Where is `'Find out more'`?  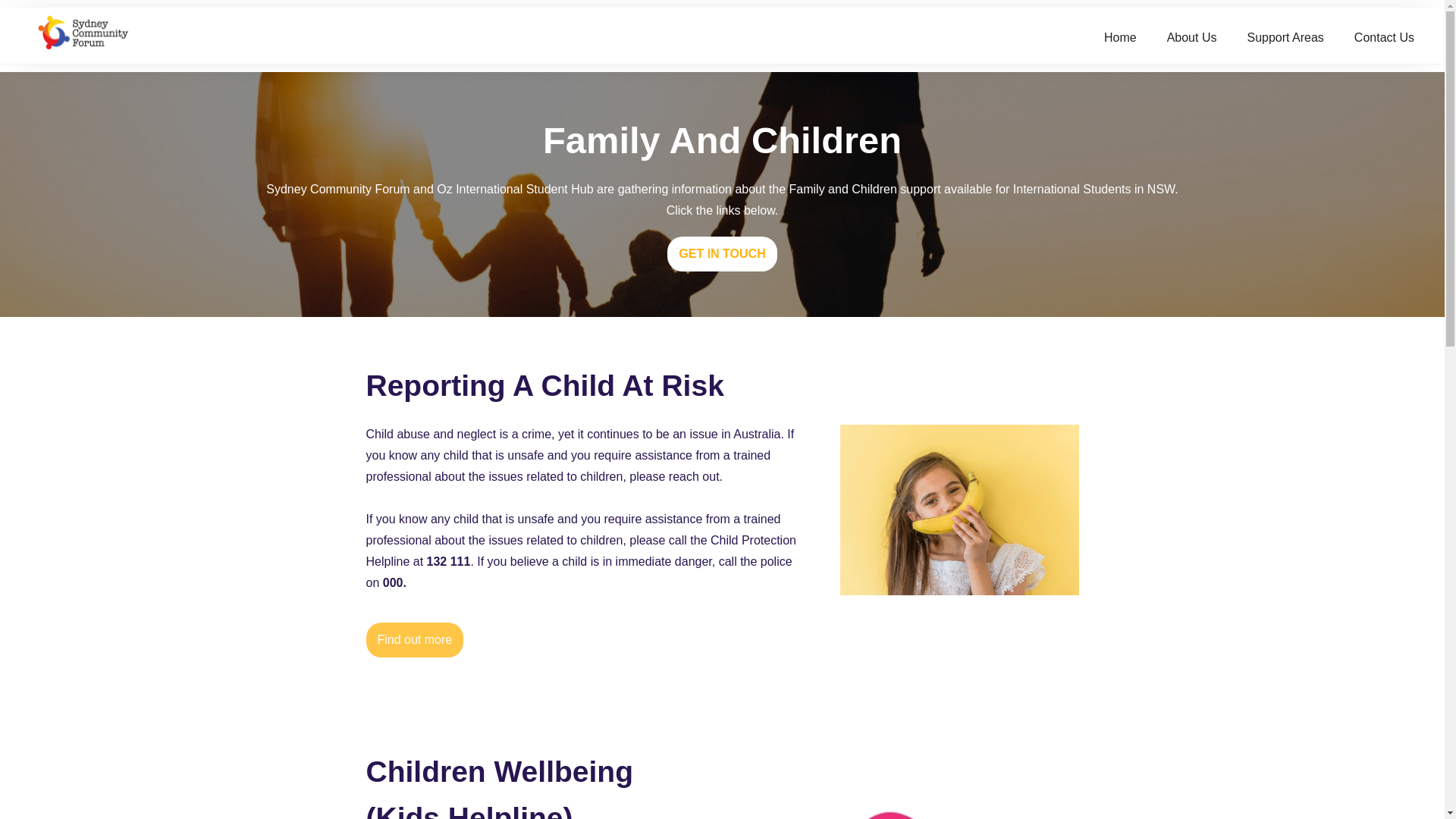
'Find out more' is located at coordinates (414, 640).